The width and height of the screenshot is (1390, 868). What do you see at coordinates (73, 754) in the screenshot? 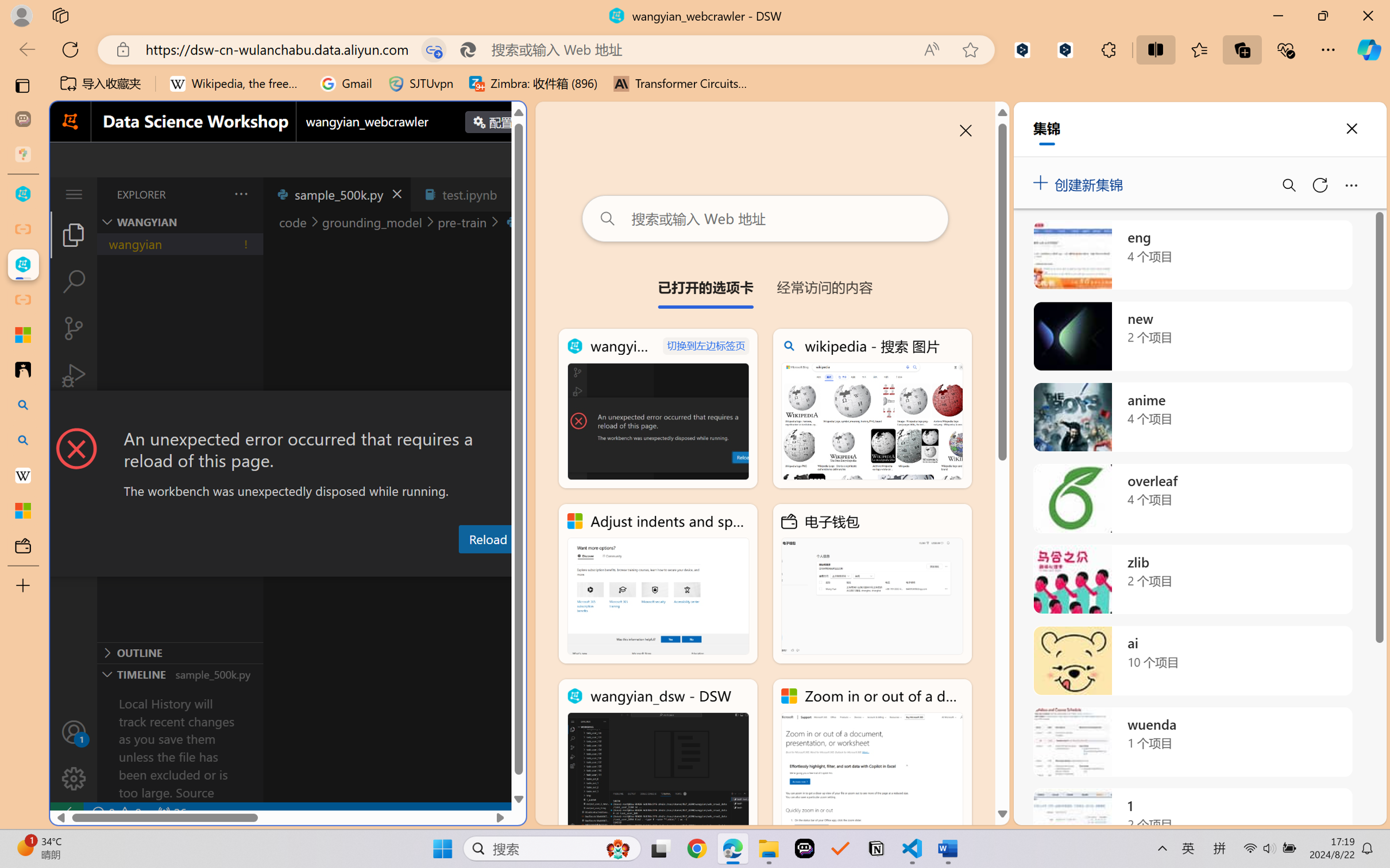
I see `'Manage'` at bounding box center [73, 754].